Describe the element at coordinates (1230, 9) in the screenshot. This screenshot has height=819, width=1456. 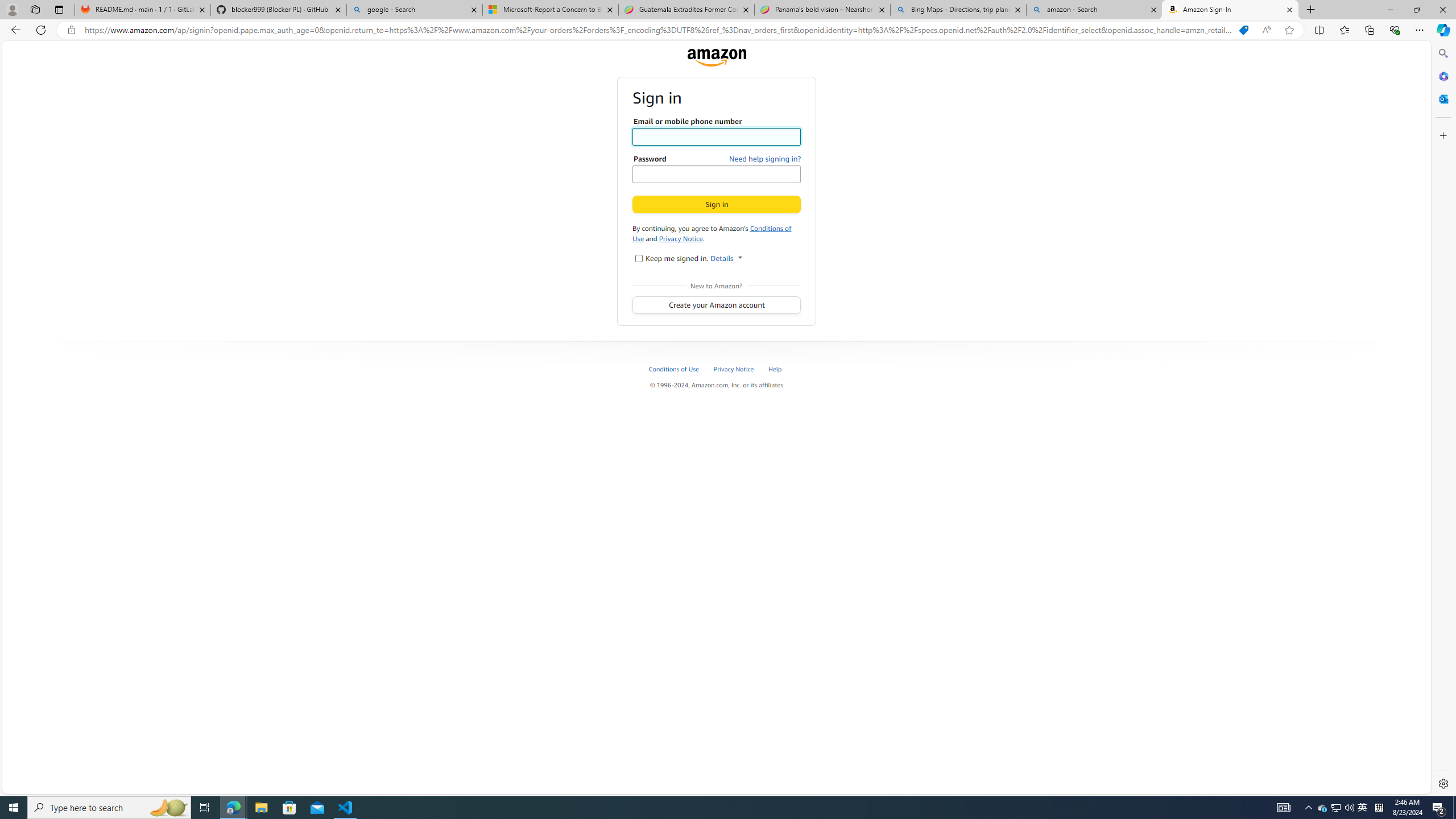
I see `'Amazon Sign-In'` at that location.